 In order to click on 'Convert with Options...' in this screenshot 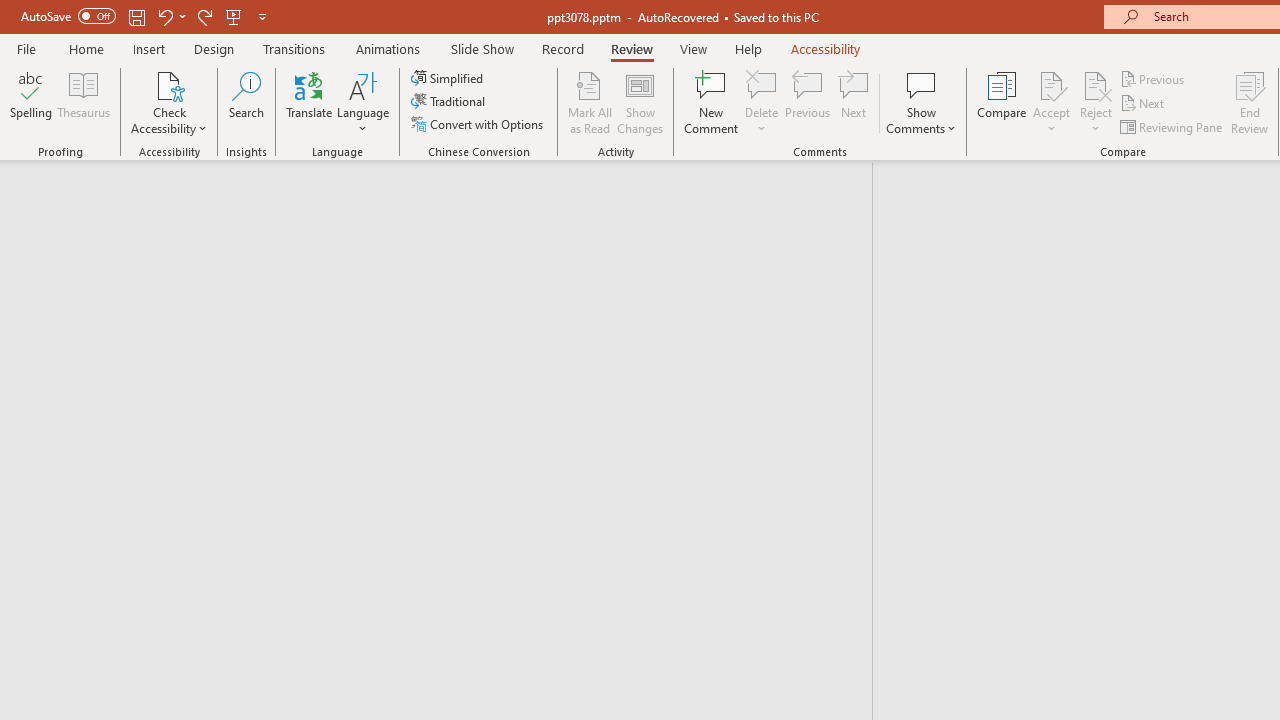, I will do `click(478, 124)`.